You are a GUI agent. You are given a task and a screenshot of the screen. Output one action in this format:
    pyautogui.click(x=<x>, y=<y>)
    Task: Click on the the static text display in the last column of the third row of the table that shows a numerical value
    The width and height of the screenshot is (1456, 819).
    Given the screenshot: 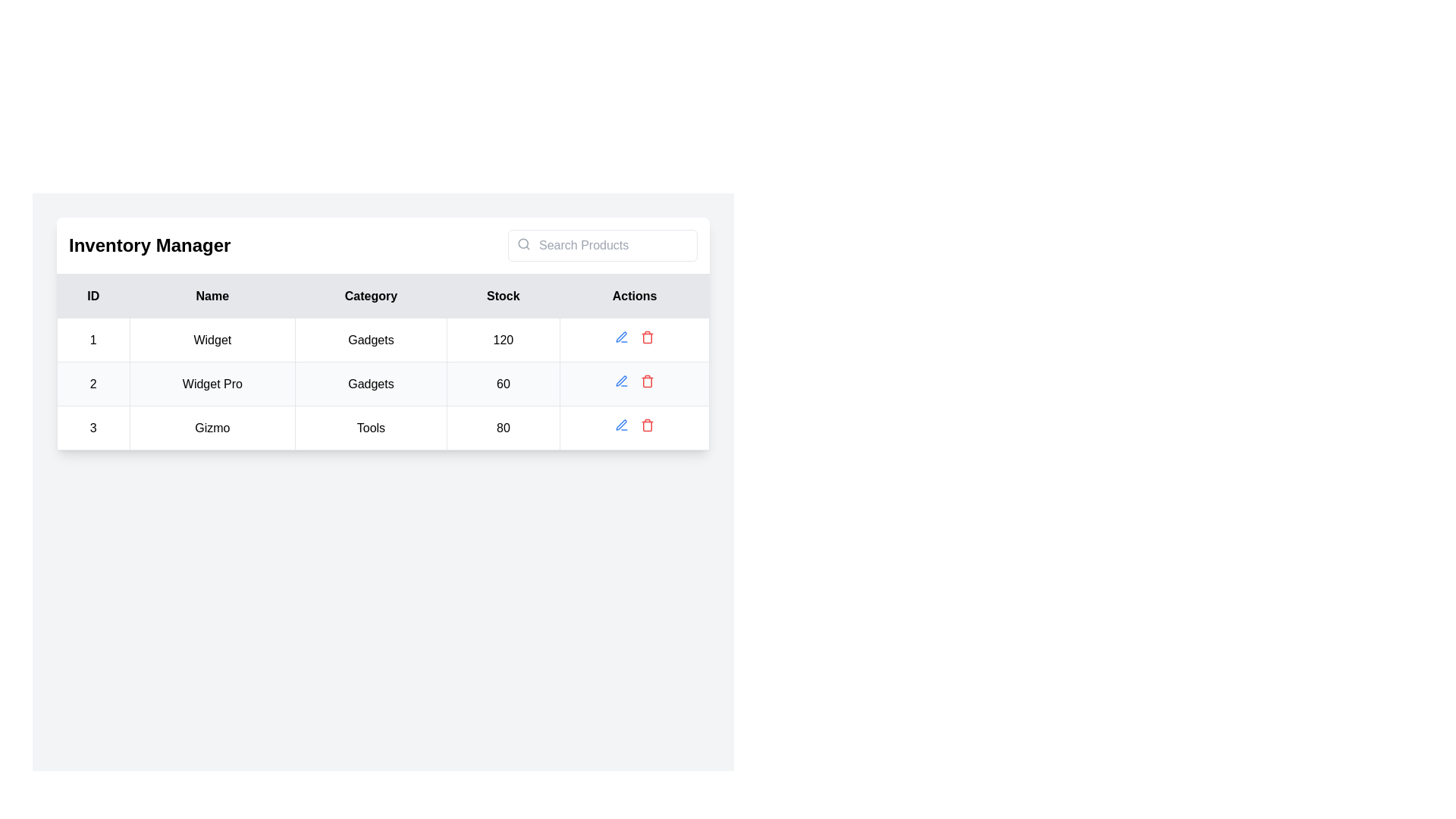 What is the action you would take?
    pyautogui.click(x=503, y=428)
    